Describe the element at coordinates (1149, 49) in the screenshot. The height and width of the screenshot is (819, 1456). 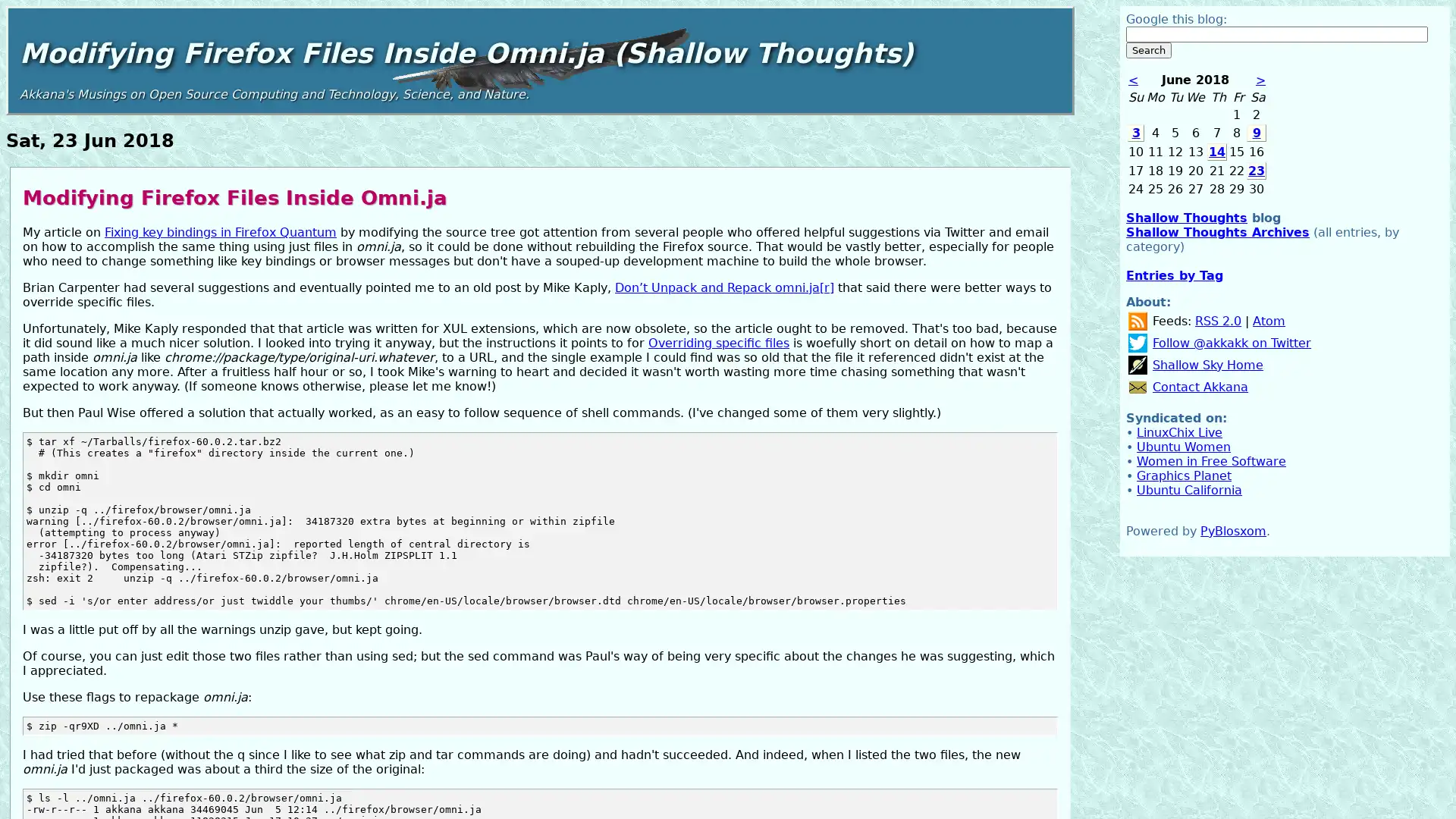
I see `Search` at that location.